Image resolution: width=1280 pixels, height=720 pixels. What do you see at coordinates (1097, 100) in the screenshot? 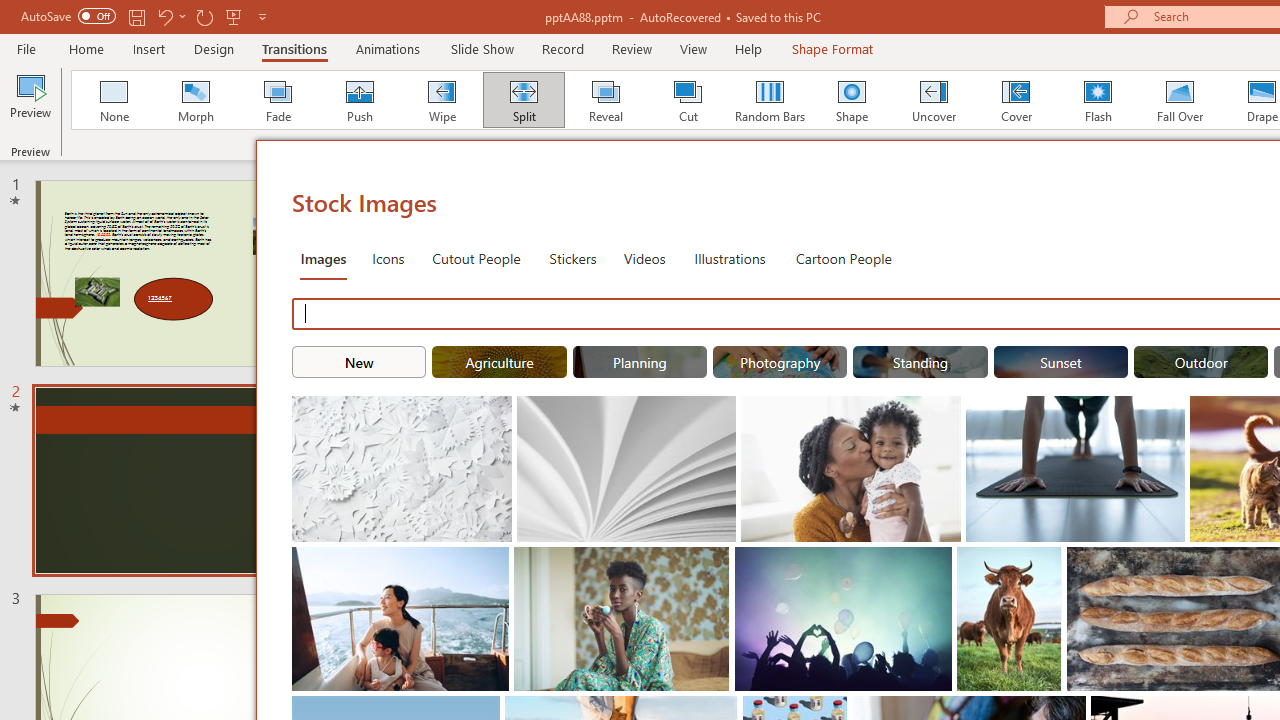
I see `'Flash'` at bounding box center [1097, 100].